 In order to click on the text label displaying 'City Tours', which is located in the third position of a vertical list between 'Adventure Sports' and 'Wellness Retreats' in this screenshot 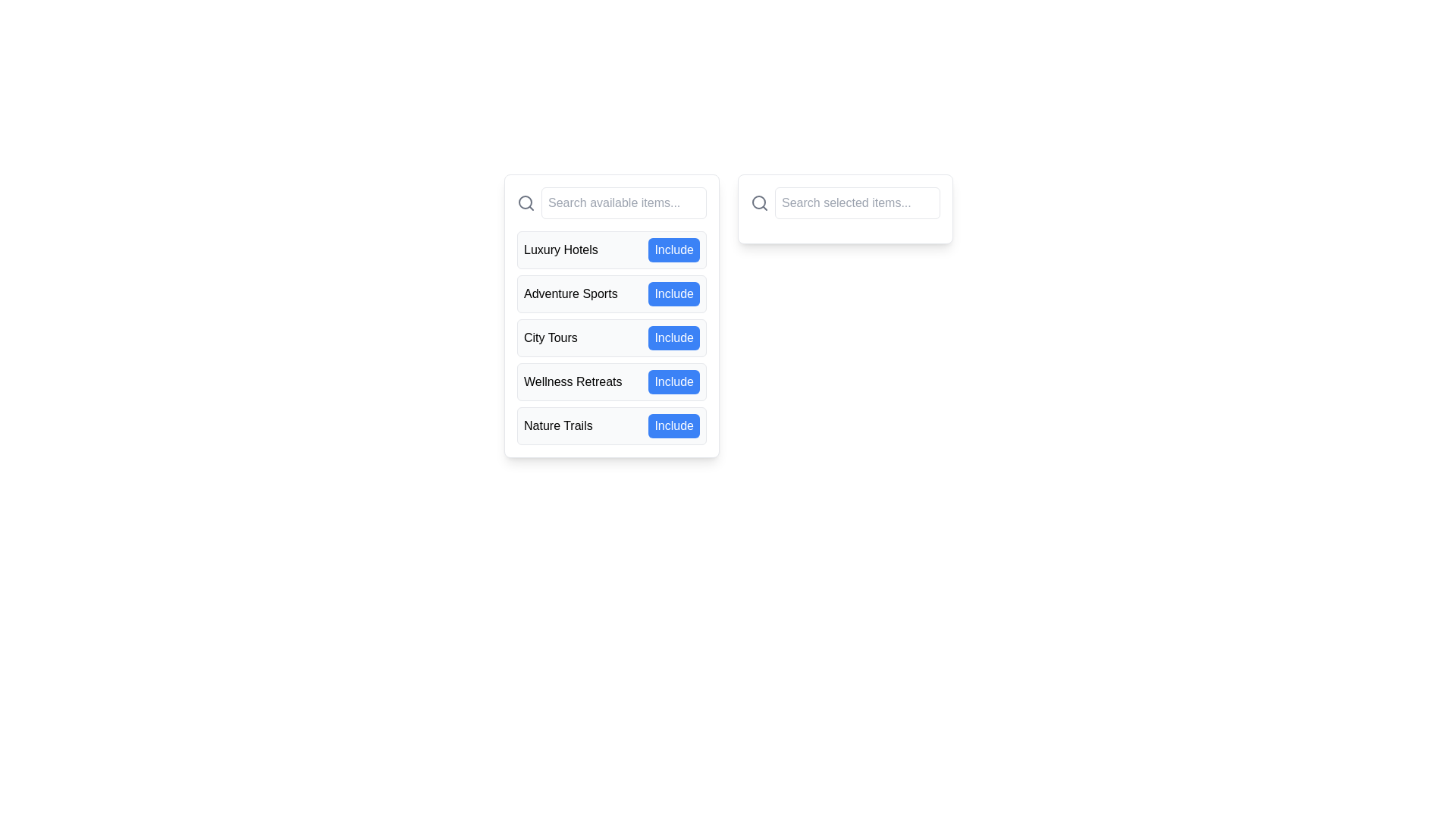, I will do `click(550, 337)`.